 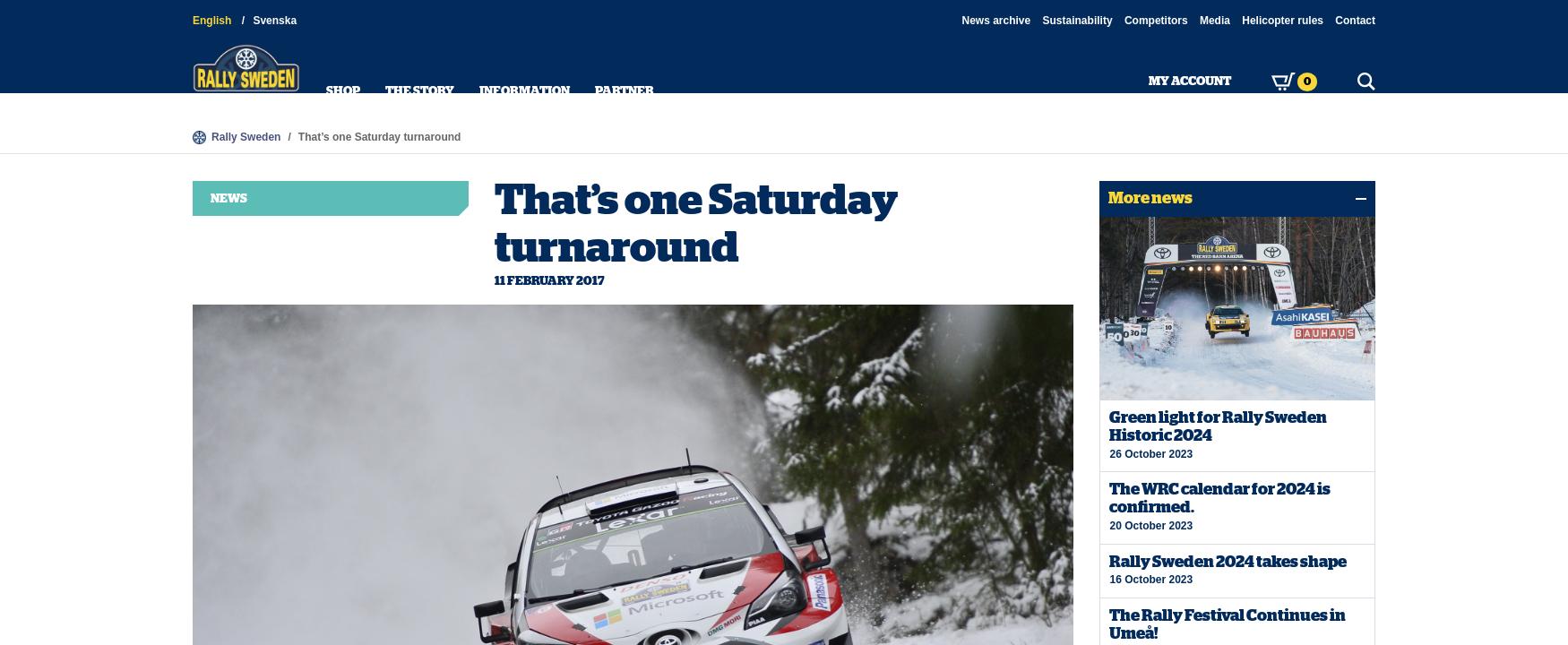 I want to click on '20 October 2023', so click(x=1150, y=524).